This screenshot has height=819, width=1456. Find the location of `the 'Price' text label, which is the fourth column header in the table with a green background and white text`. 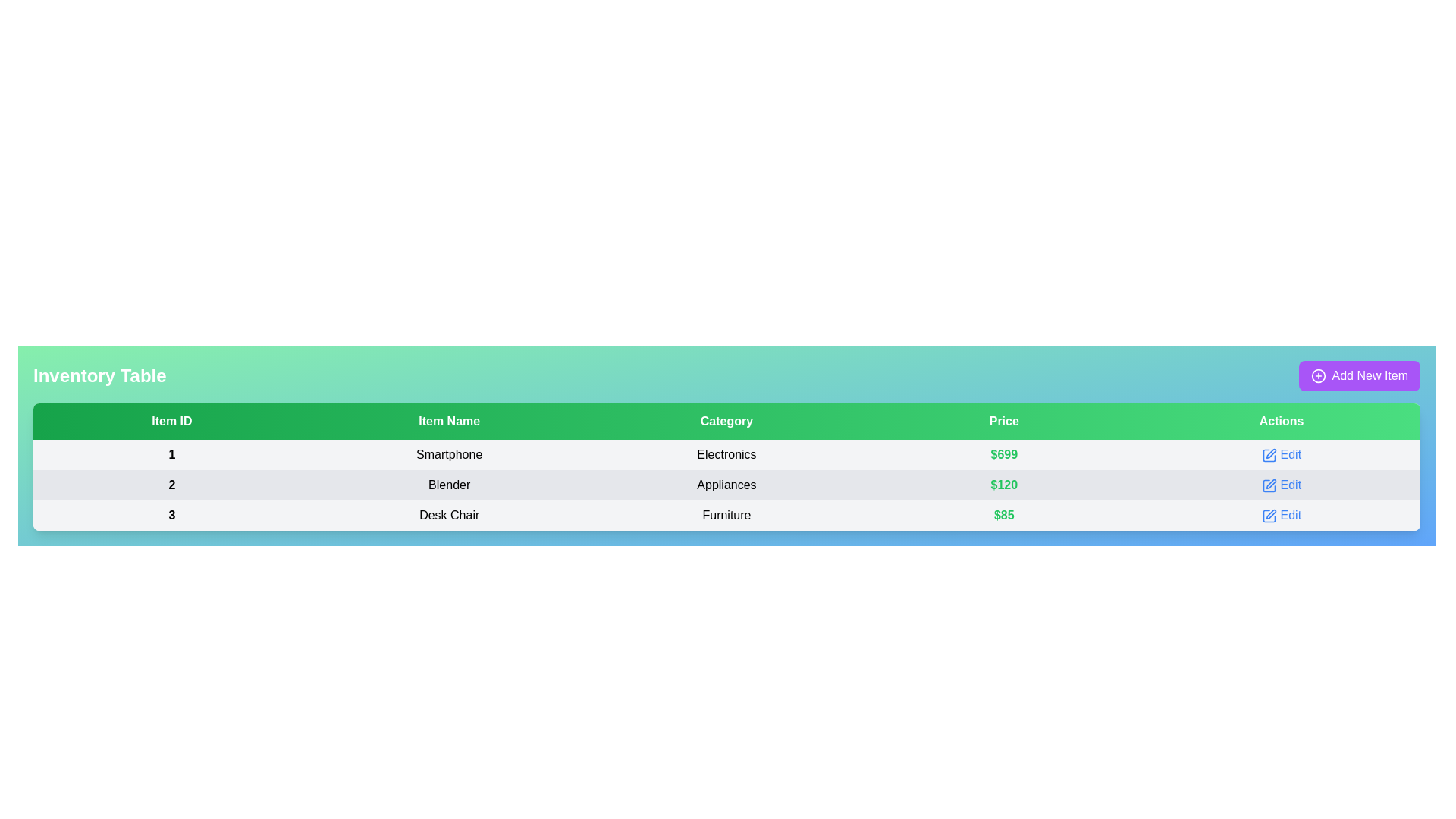

the 'Price' text label, which is the fourth column header in the table with a green background and white text is located at coordinates (1004, 421).